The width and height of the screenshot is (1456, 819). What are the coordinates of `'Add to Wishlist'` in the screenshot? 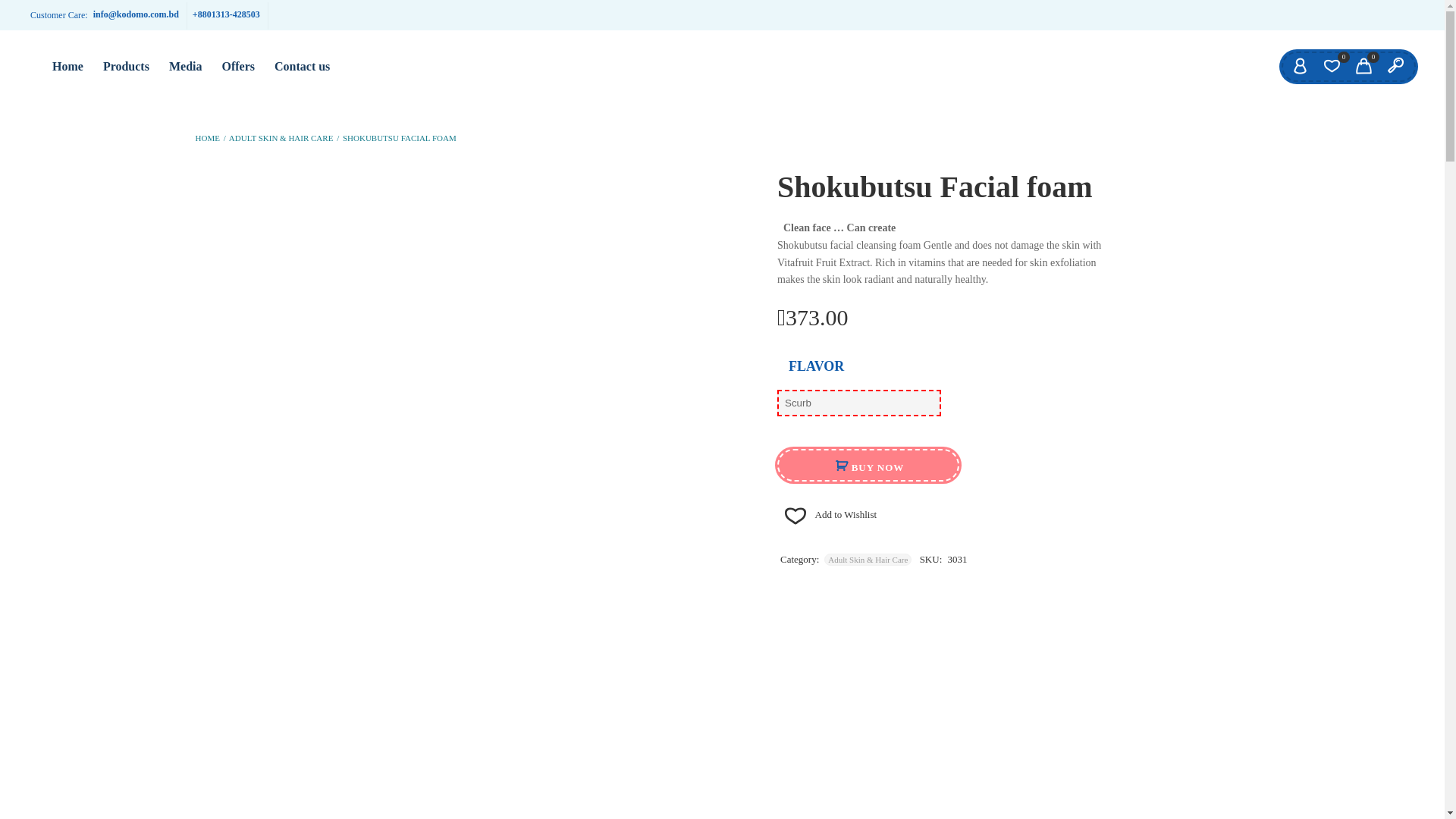 It's located at (826, 513).